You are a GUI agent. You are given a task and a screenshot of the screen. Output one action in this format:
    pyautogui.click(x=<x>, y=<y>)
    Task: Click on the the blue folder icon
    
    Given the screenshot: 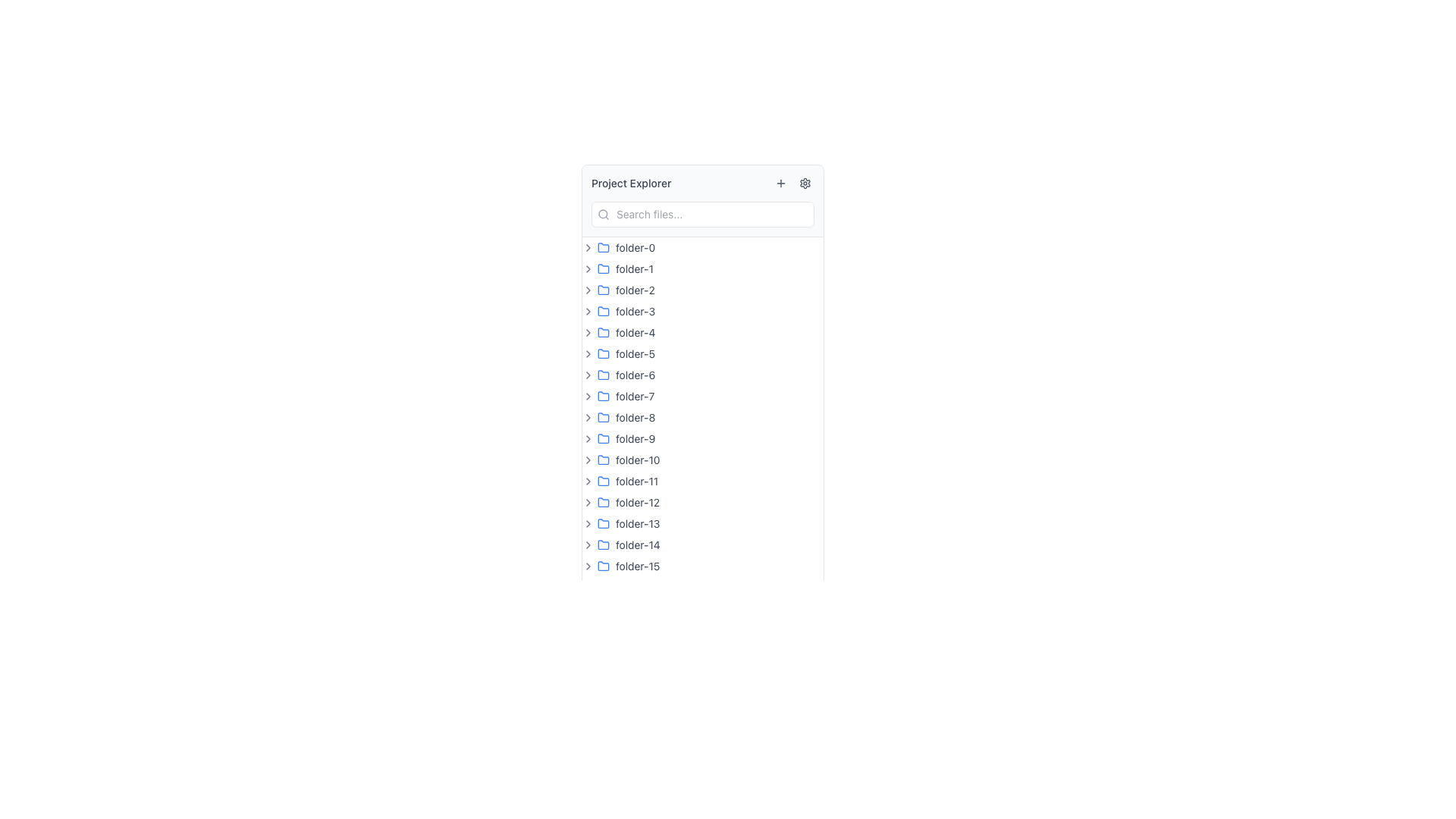 What is the action you would take?
    pyautogui.click(x=603, y=332)
    